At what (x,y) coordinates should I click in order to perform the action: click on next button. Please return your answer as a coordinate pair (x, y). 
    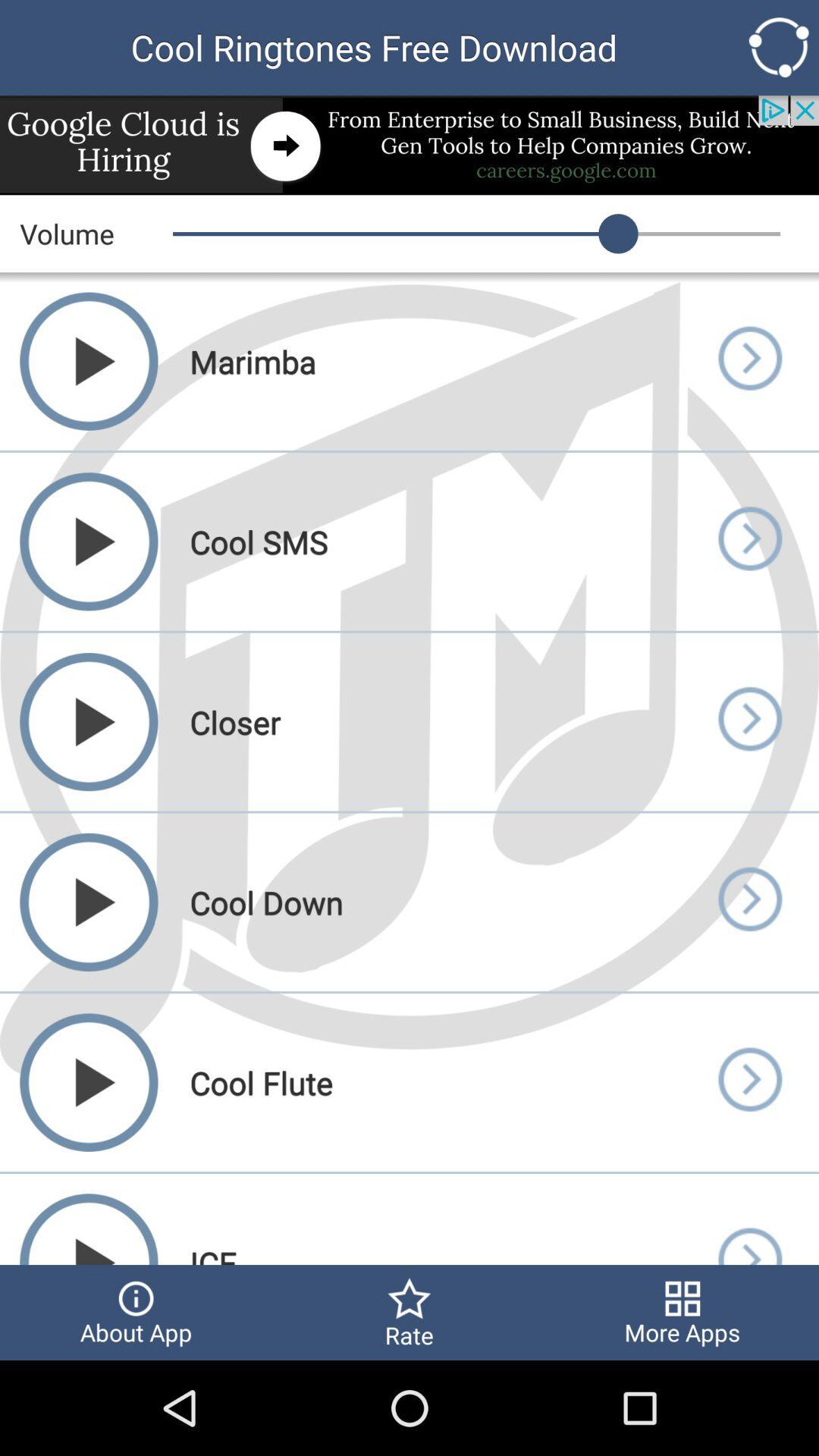
    Looking at the image, I should click on (748, 541).